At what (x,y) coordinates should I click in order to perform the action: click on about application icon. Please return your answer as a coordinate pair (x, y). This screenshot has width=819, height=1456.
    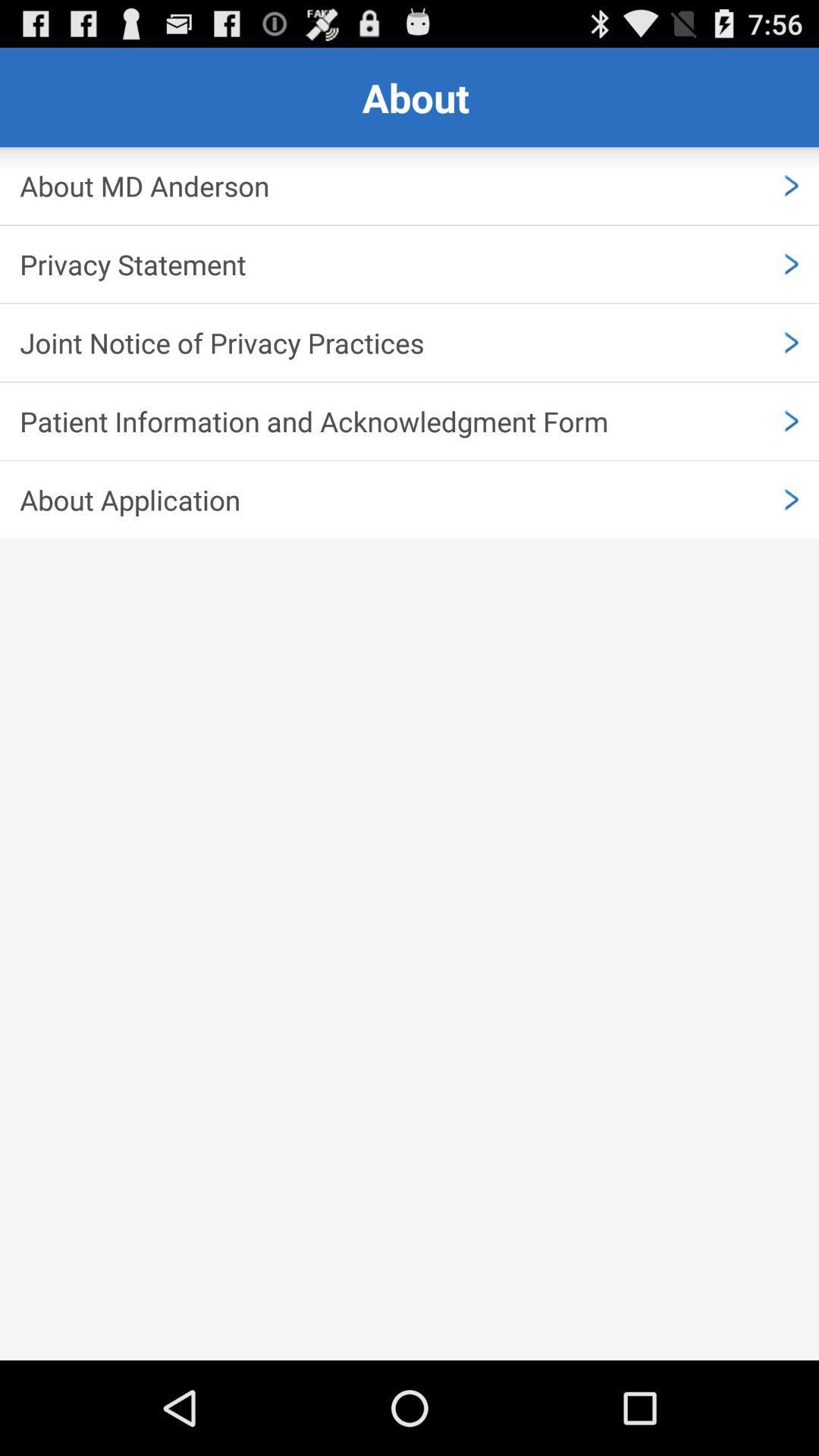
    Looking at the image, I should click on (409, 500).